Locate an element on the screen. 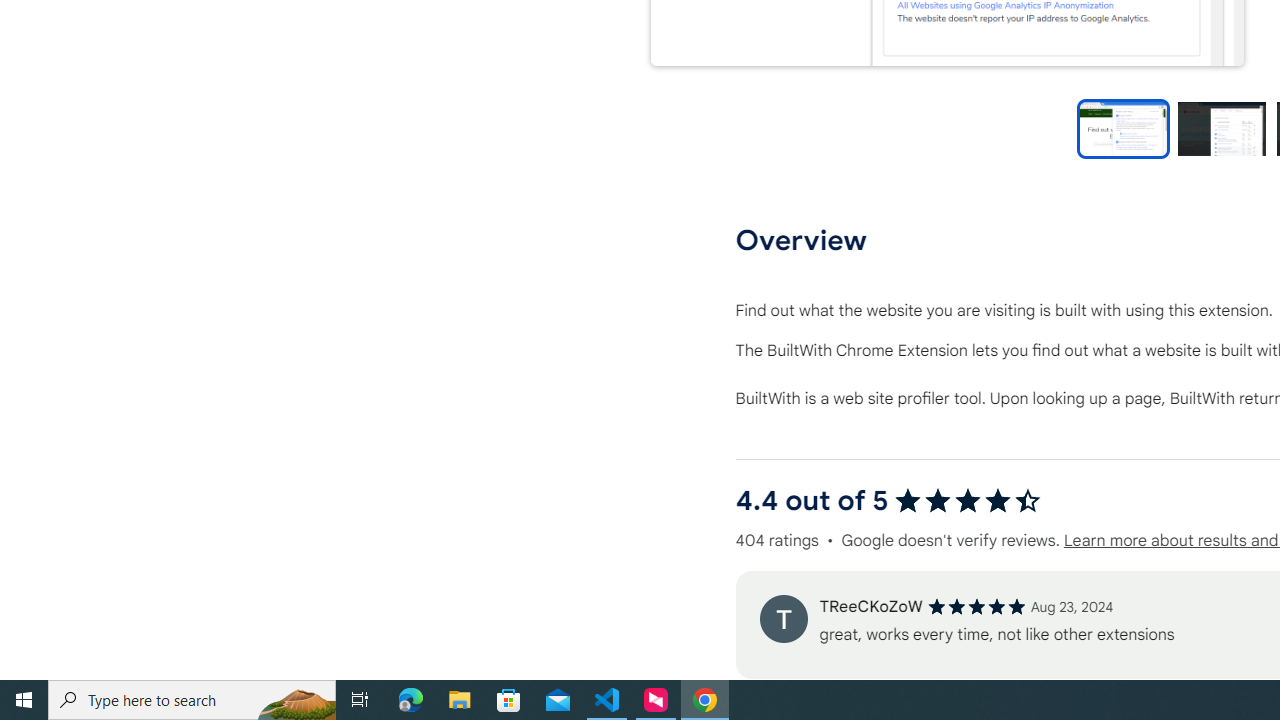 The width and height of the screenshot is (1280, 720). 'Search highlights icon opens search home window' is located at coordinates (294, 698).